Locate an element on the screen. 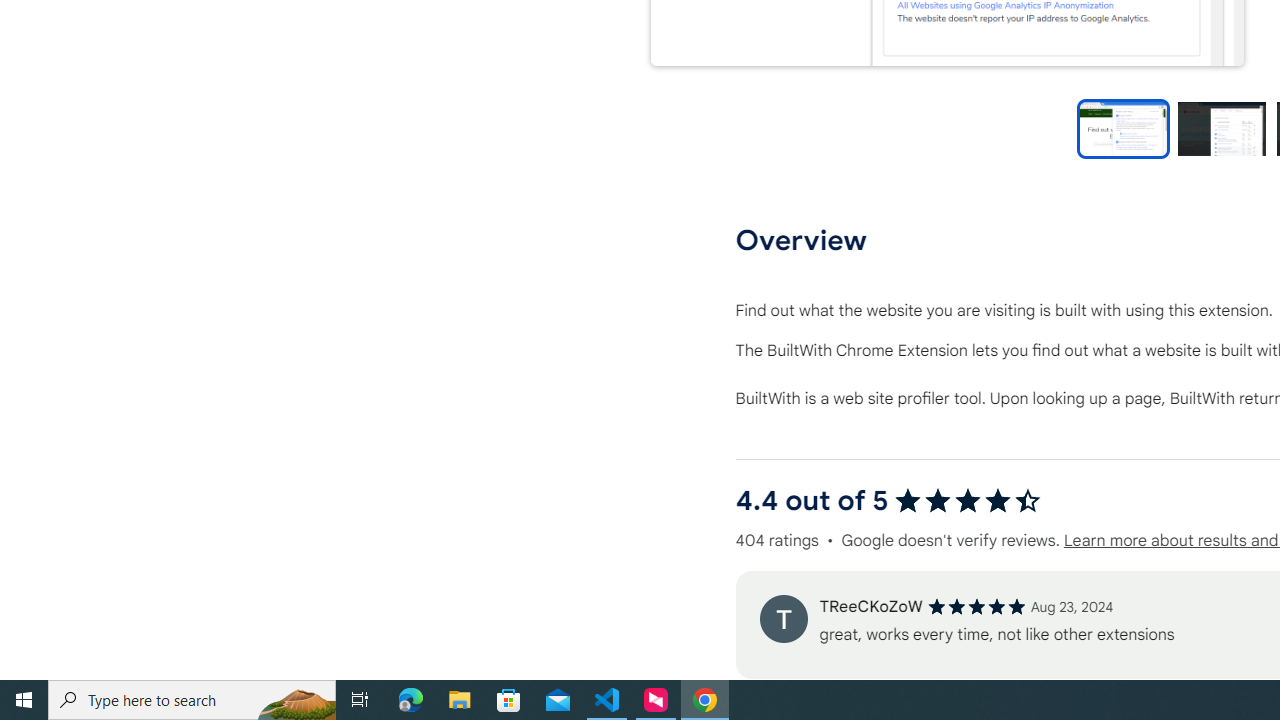 The width and height of the screenshot is (1280, 720). 'Search highlights icon opens search home window' is located at coordinates (294, 698).